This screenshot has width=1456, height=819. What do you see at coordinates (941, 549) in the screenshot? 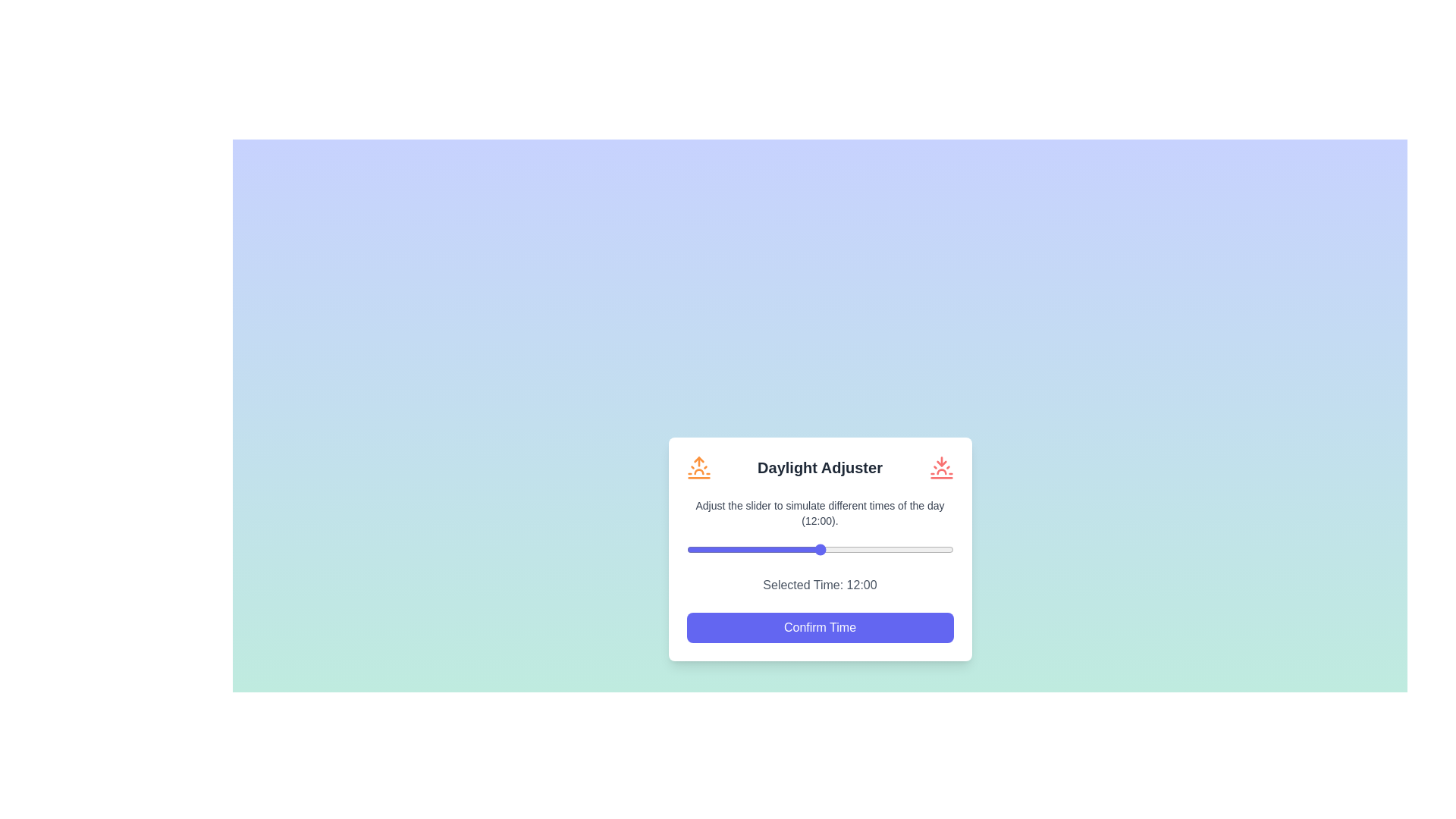
I see `the slider to set the time to 23` at bounding box center [941, 549].